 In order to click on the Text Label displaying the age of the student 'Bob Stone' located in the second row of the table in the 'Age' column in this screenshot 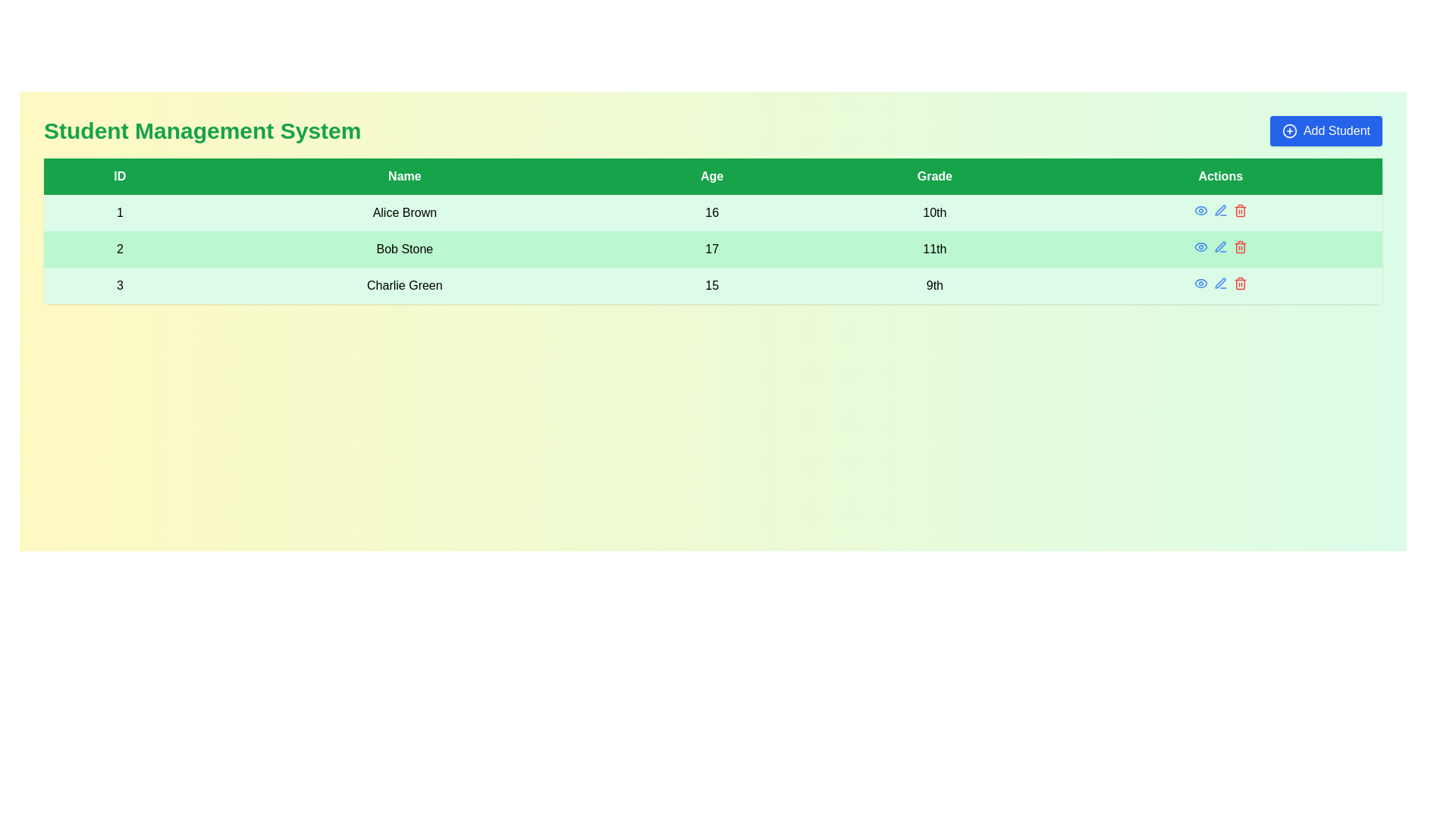, I will do `click(711, 248)`.